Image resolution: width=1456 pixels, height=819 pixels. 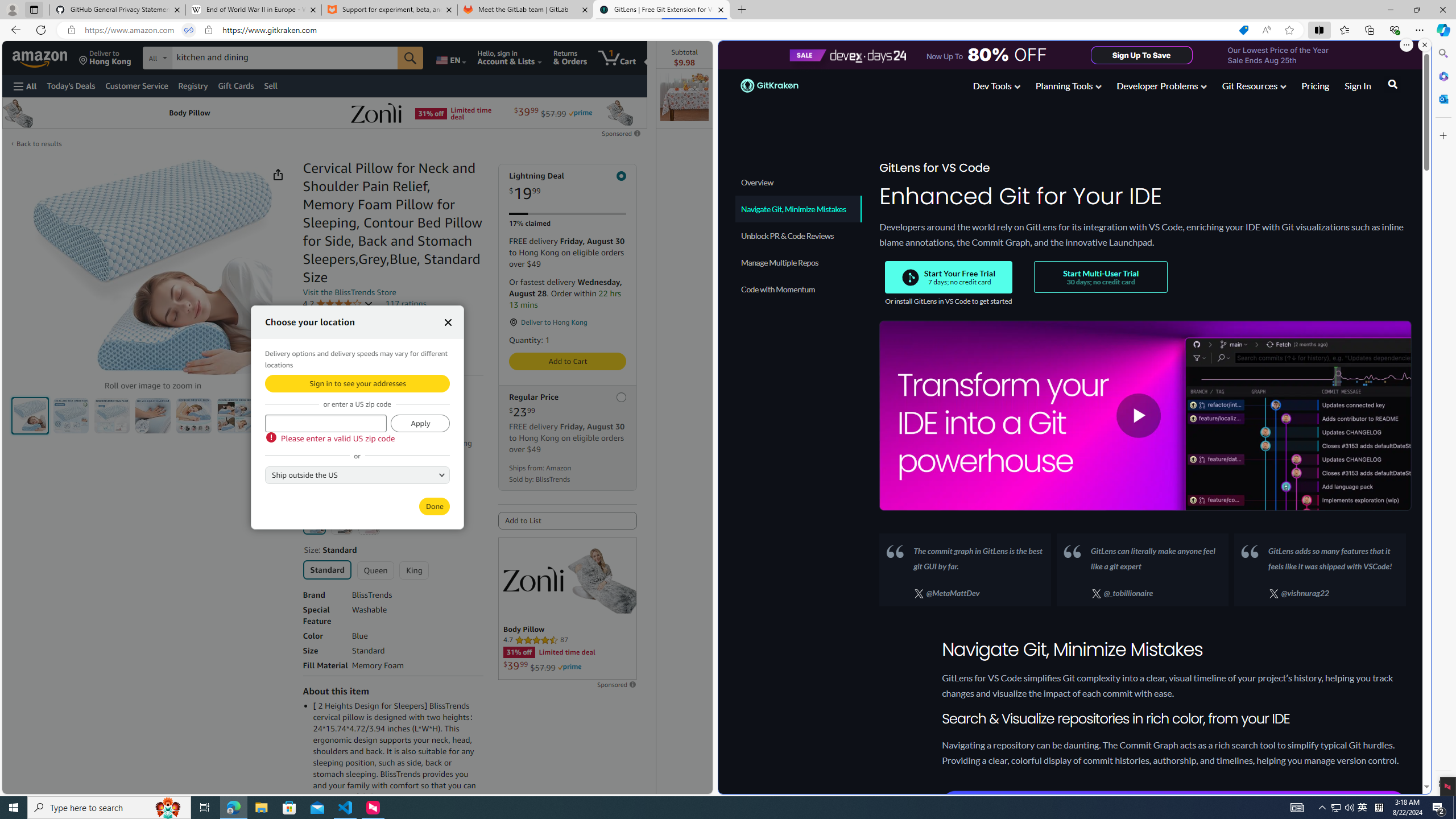 What do you see at coordinates (568, 187) in the screenshot?
I see `'Lightning Deal $19.99'` at bounding box center [568, 187].